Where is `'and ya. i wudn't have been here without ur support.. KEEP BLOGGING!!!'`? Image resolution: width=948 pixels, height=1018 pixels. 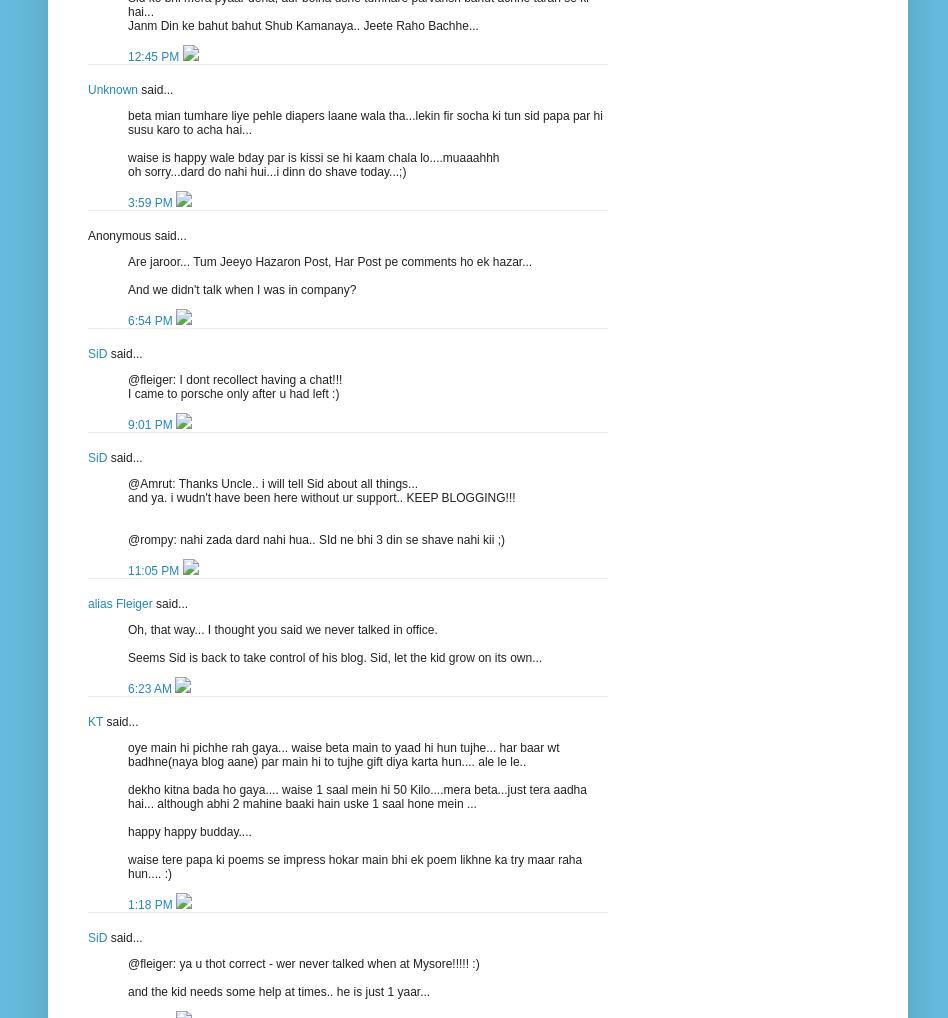
'and ya. i wudn't have been here without ur support.. KEEP BLOGGING!!!' is located at coordinates (321, 496).